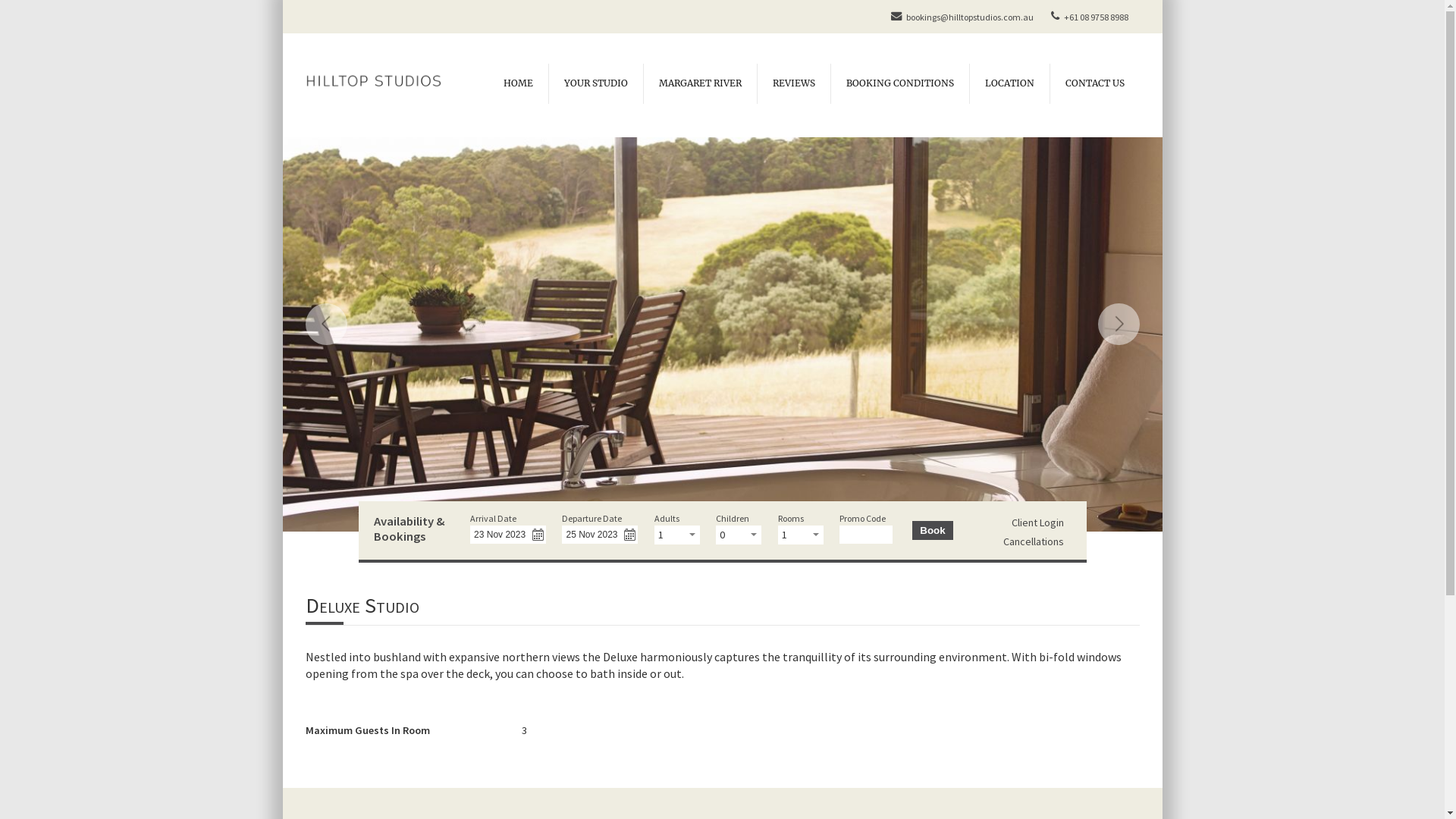 The image size is (1456, 819). I want to click on 'HOME', so click(518, 83).